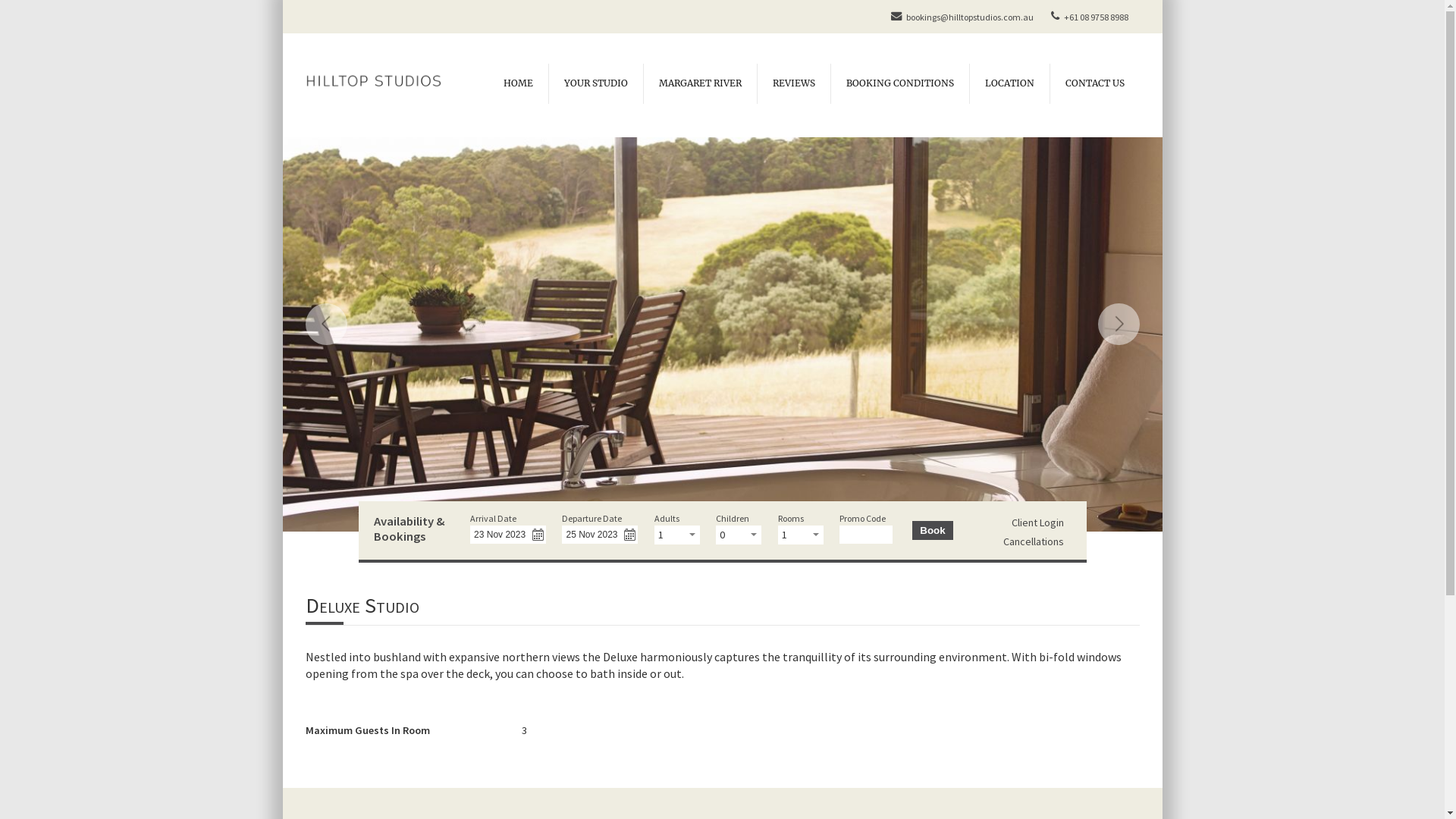 The image size is (1456, 819). I want to click on 'HOME', so click(518, 83).